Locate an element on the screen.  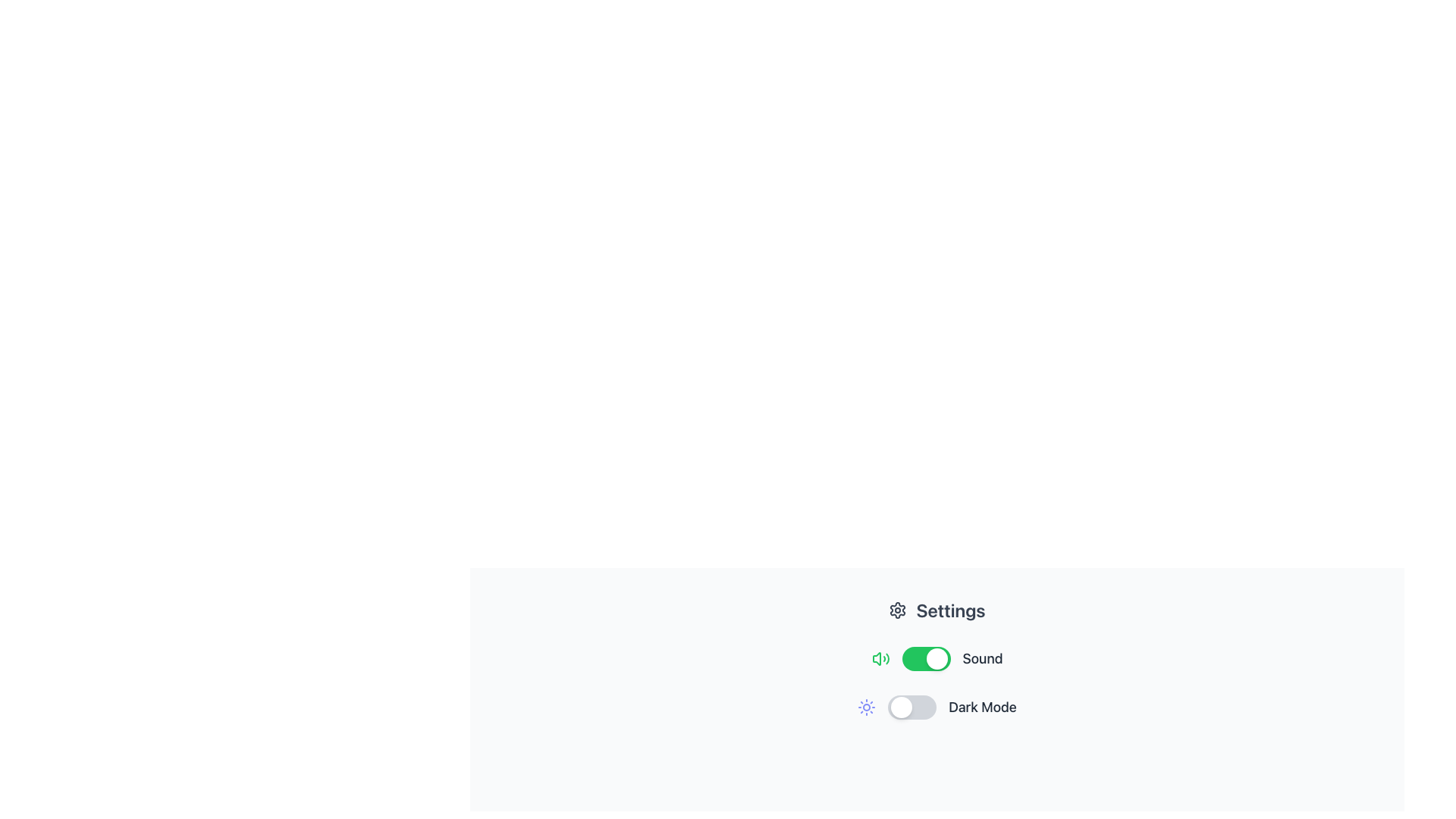
the text label that indicates the sound settings toggle switch, located to the right of the green toggle switch in the lower right area of the settings interface is located at coordinates (983, 657).